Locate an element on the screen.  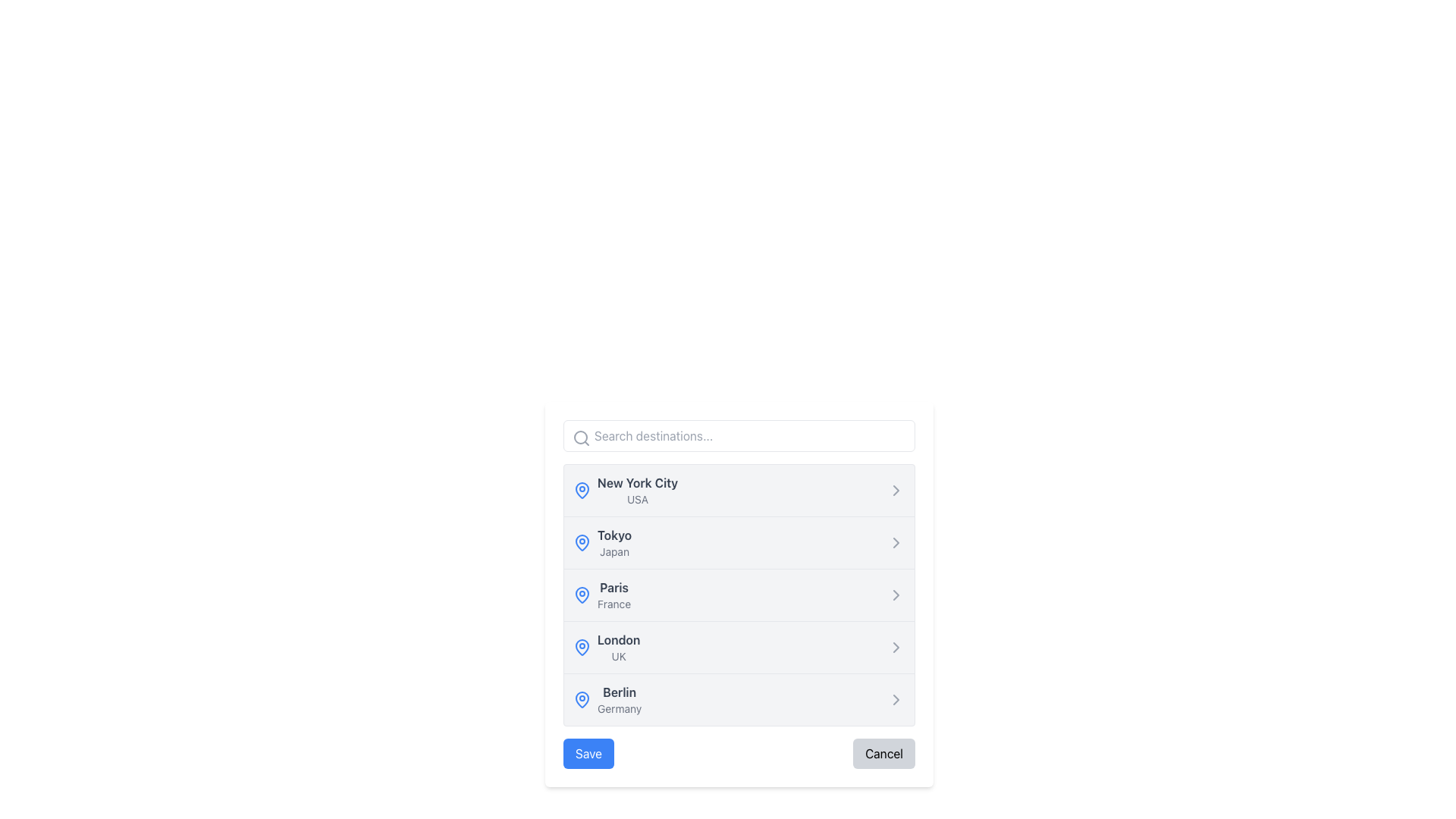
the visual indicator icon associated with the 'Berlin' list item in the selectable list, which is located at the leftmost section of the last item in the 'Germany' section is located at coordinates (582, 699).